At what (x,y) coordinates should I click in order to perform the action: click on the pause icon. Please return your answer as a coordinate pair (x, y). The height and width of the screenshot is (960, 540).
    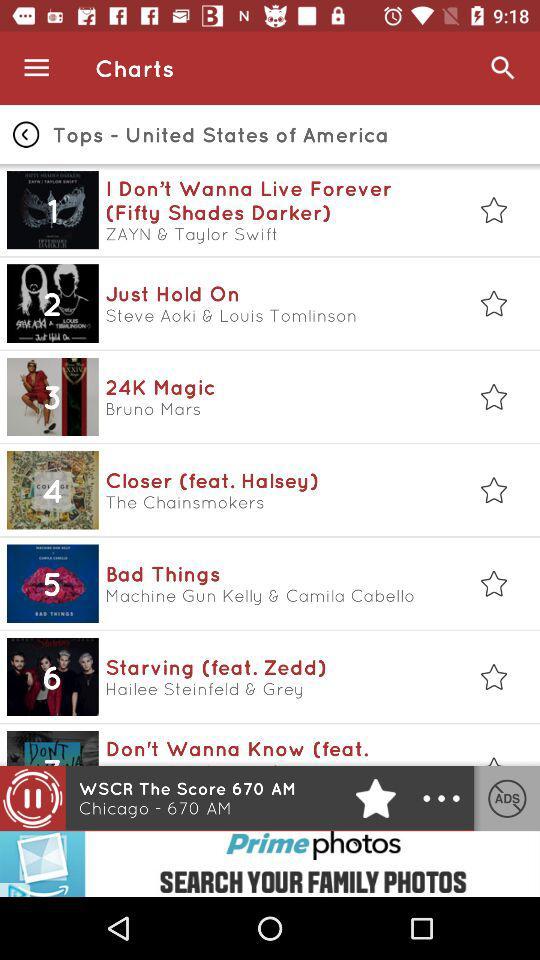
    Looking at the image, I should click on (31, 798).